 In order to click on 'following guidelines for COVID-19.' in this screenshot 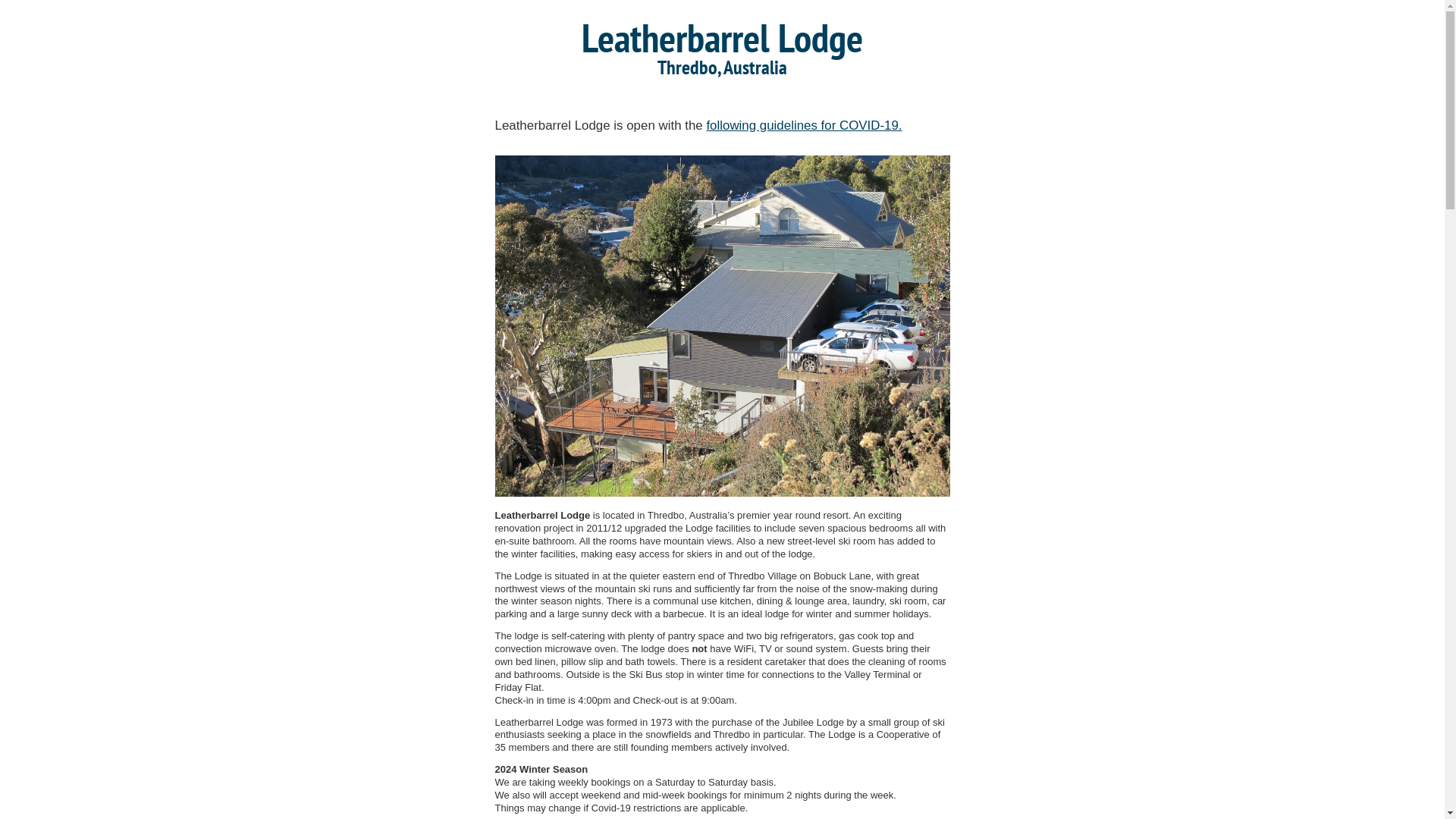, I will do `click(803, 124)`.